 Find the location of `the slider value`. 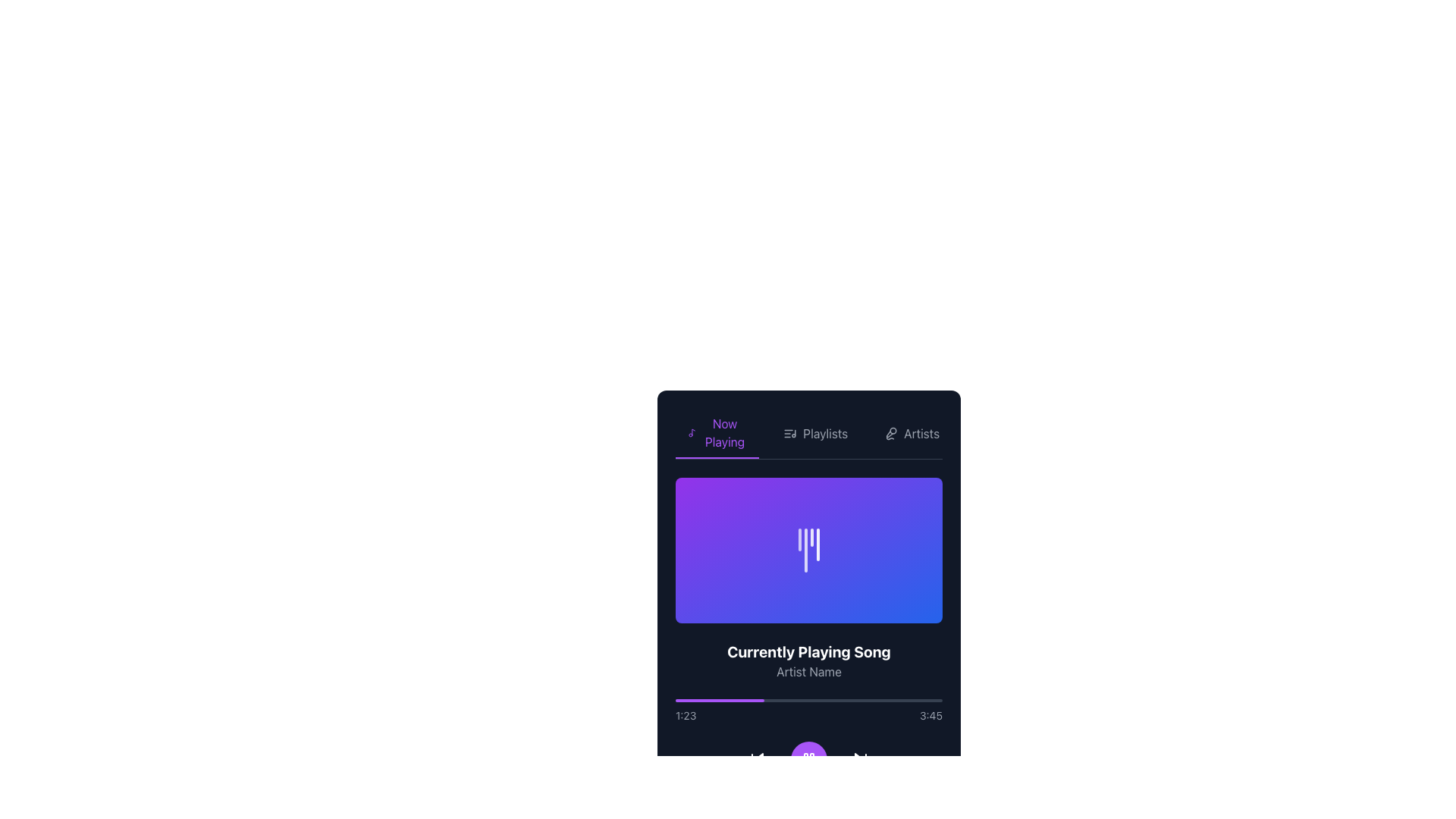

the slider value is located at coordinates (762, 803).